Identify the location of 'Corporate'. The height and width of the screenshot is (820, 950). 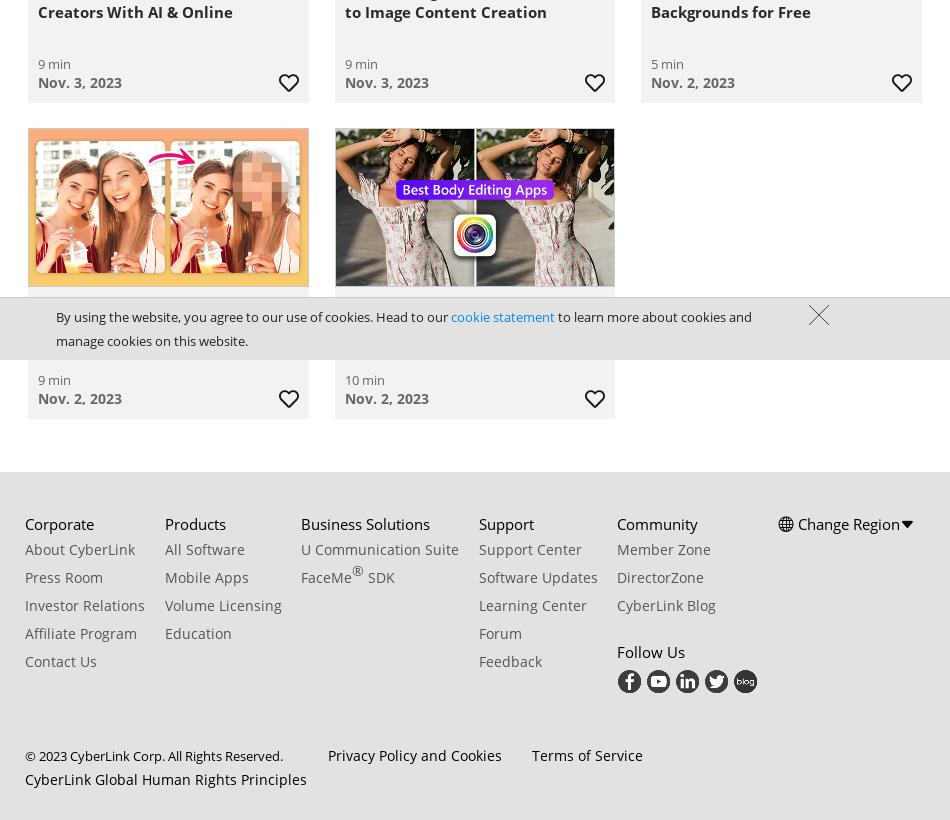
(59, 521).